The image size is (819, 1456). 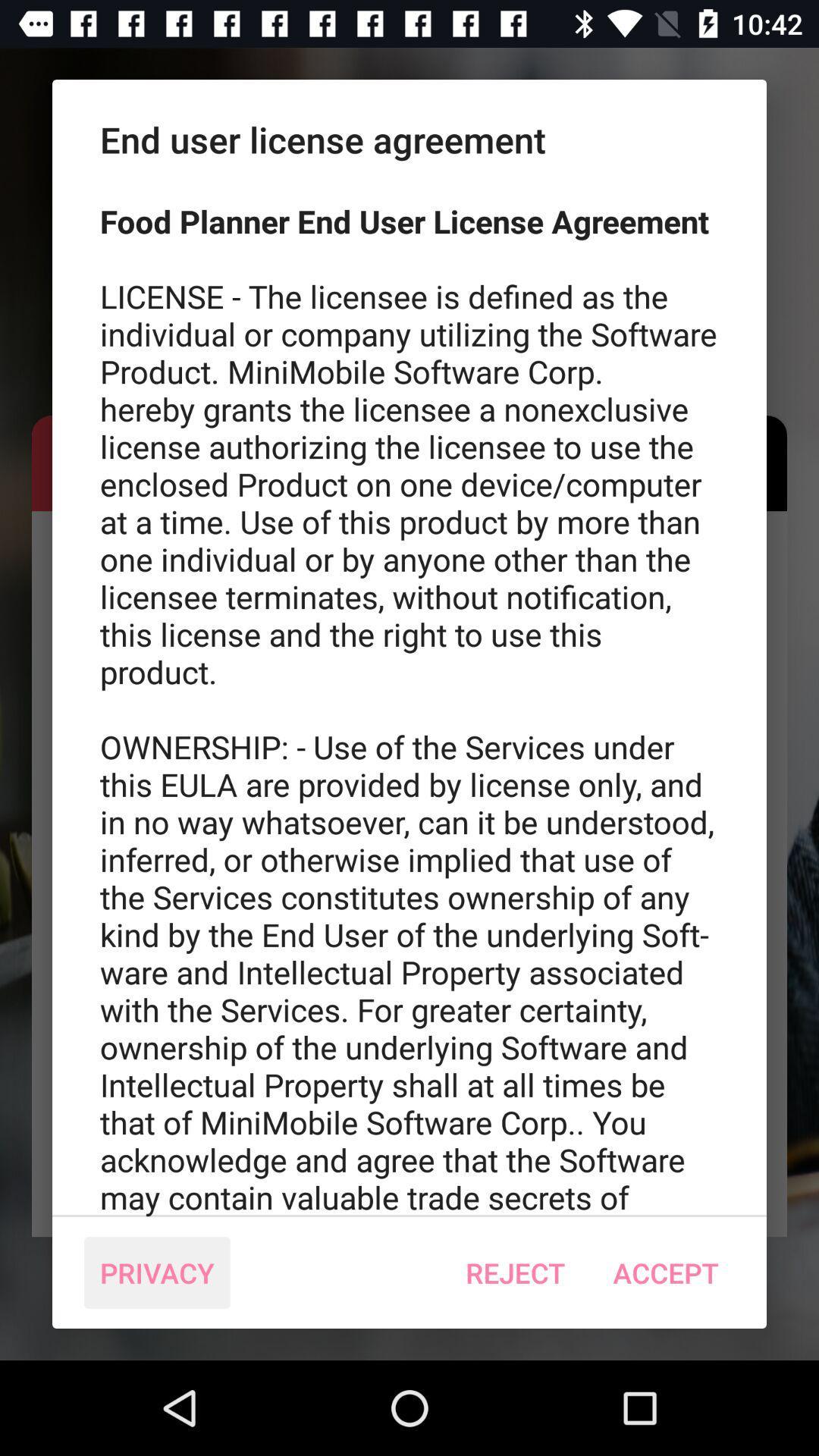 What do you see at coordinates (665, 1272) in the screenshot?
I see `the item next to the reject item` at bounding box center [665, 1272].